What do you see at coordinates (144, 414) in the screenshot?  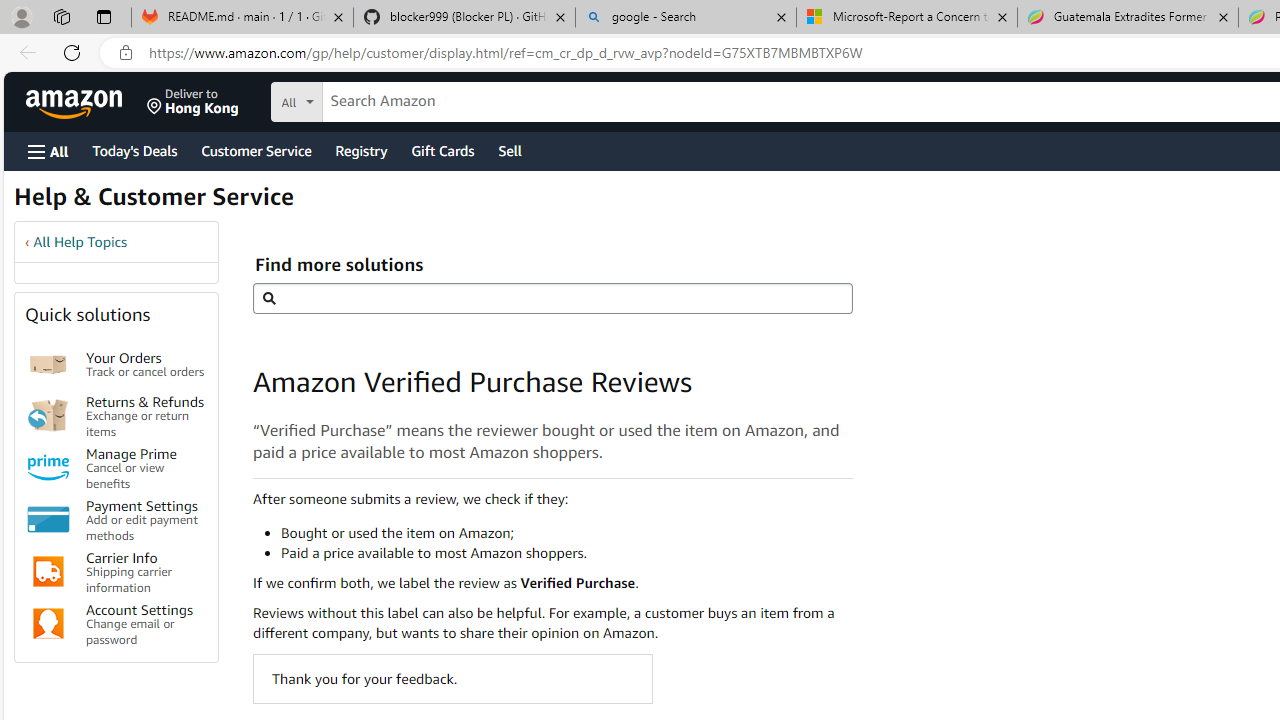 I see `'Returns & Refunds Exchange or return items'` at bounding box center [144, 414].